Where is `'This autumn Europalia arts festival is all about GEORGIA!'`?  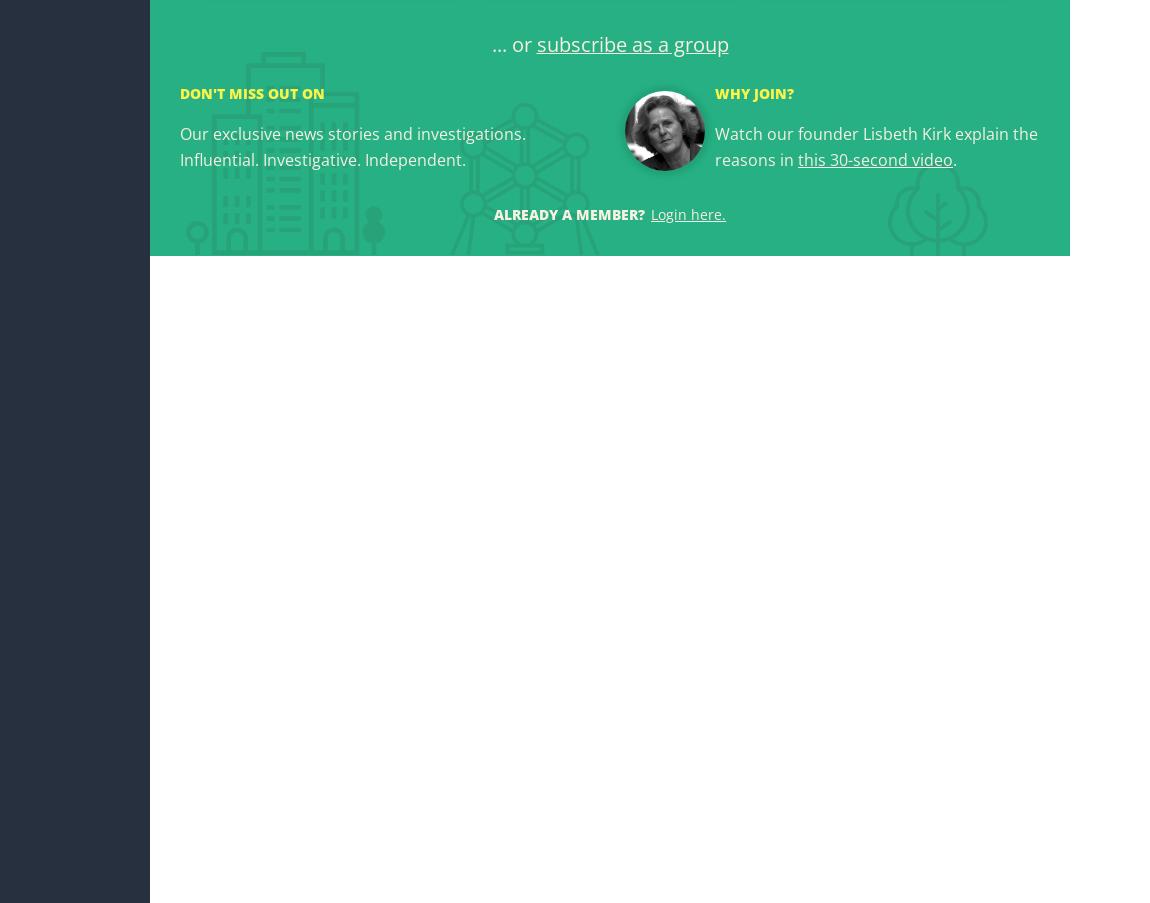 'This autumn Europalia arts festival is all about GEORGIA!' is located at coordinates (930, 822).